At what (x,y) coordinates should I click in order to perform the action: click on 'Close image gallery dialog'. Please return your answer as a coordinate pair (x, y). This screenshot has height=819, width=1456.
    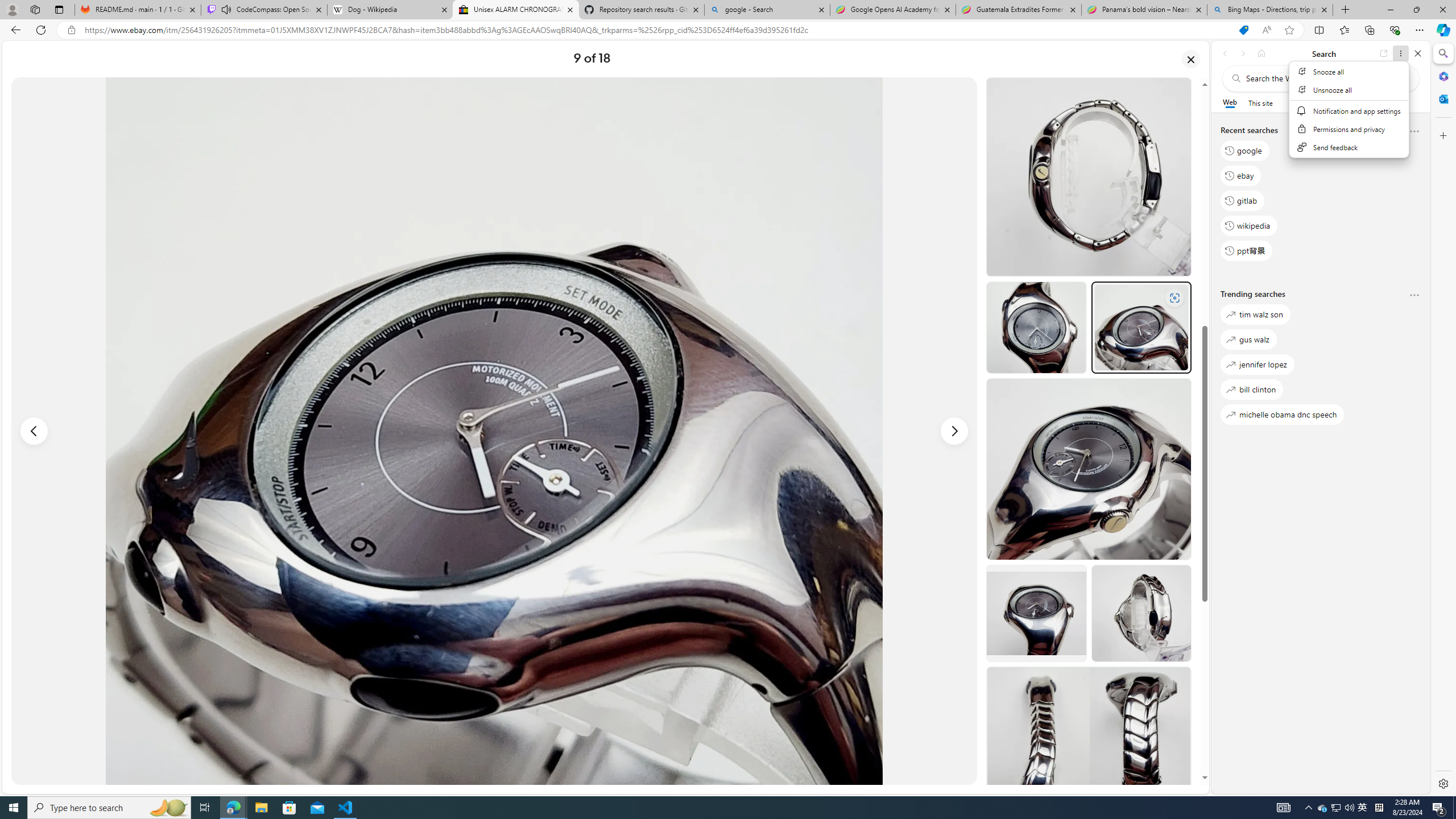
    Looking at the image, I should click on (1191, 59).